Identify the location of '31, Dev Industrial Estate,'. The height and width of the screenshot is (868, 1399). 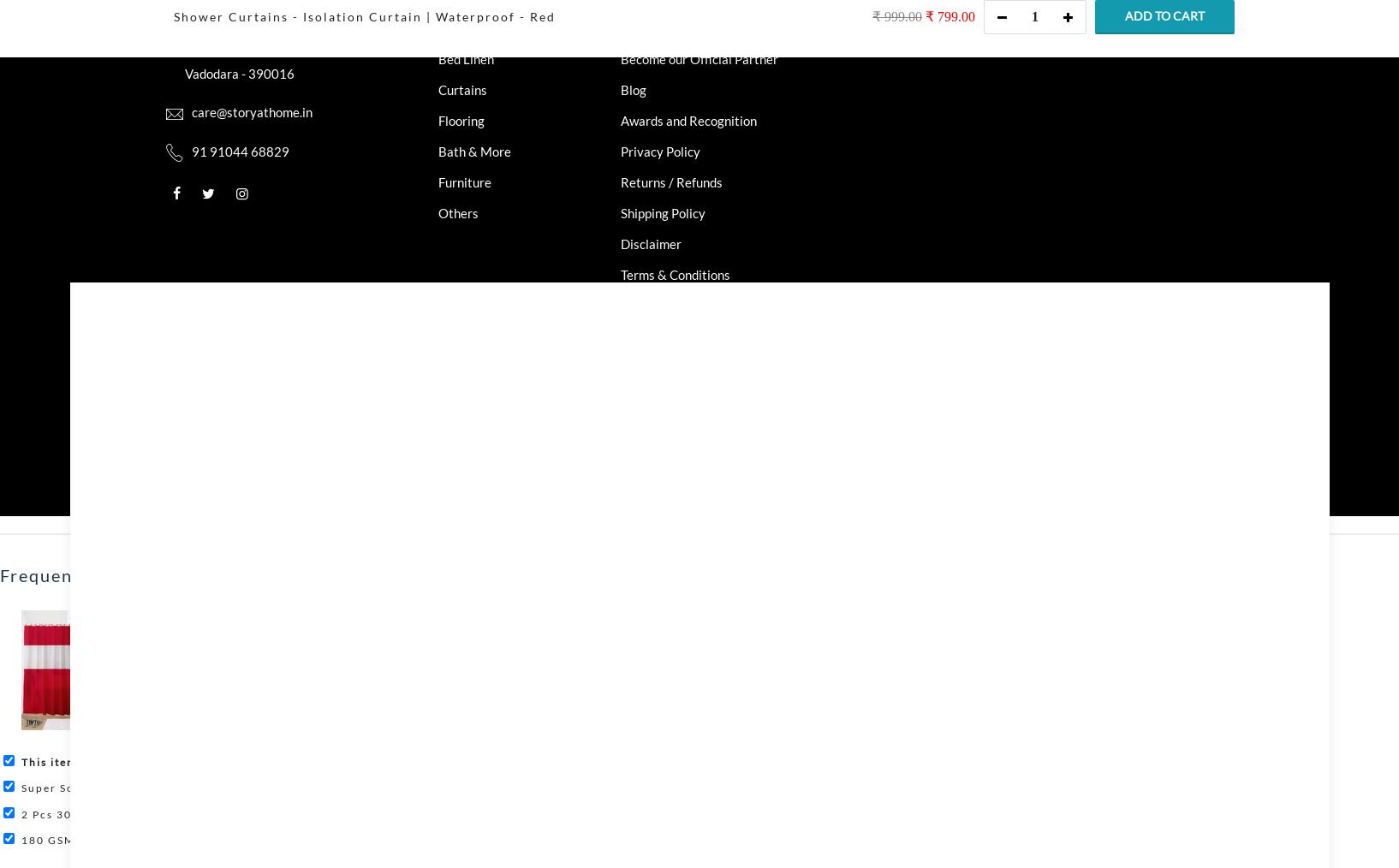
(264, 25).